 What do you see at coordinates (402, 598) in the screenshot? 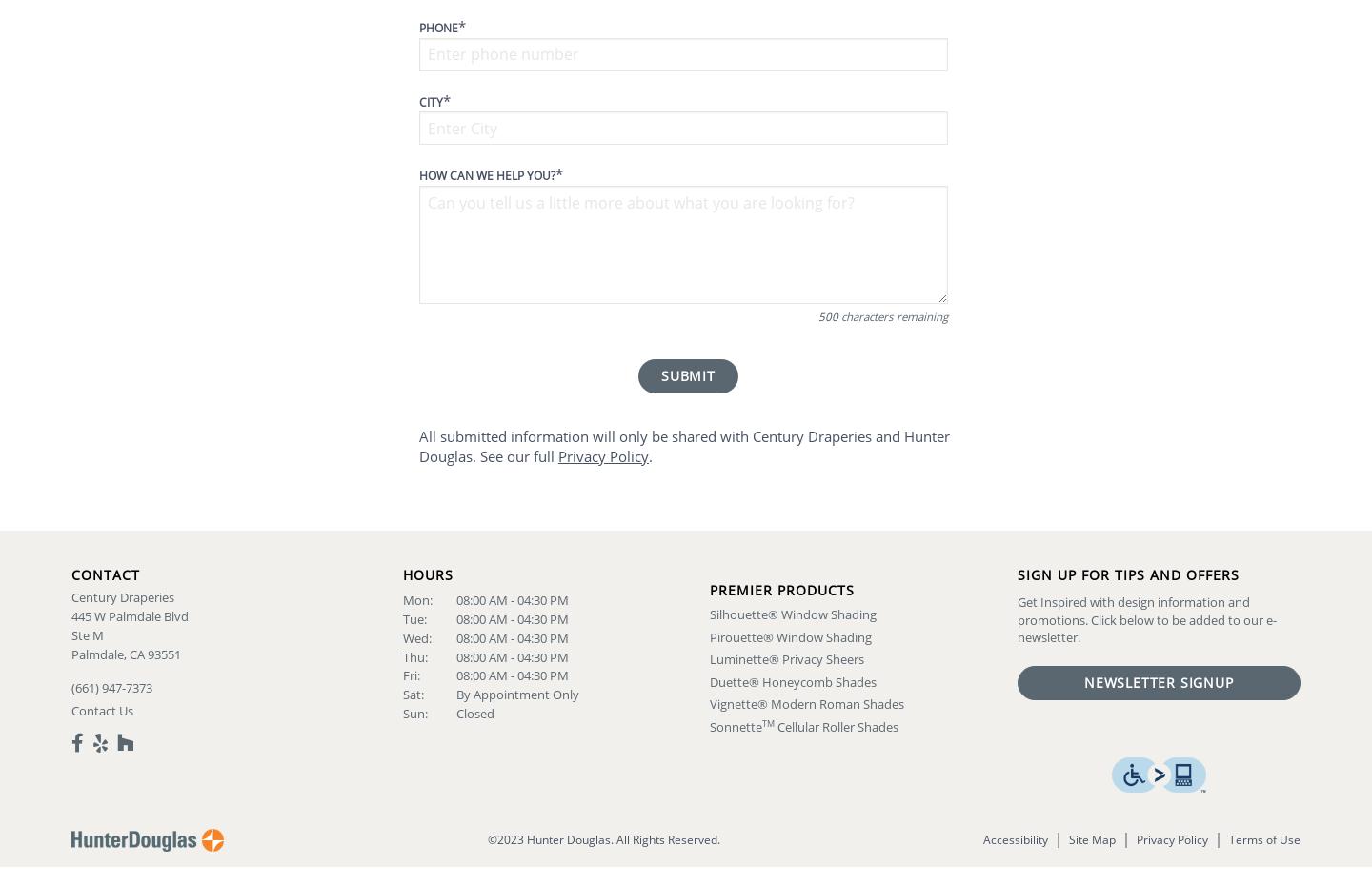
I see `'Mon:'` at bounding box center [402, 598].